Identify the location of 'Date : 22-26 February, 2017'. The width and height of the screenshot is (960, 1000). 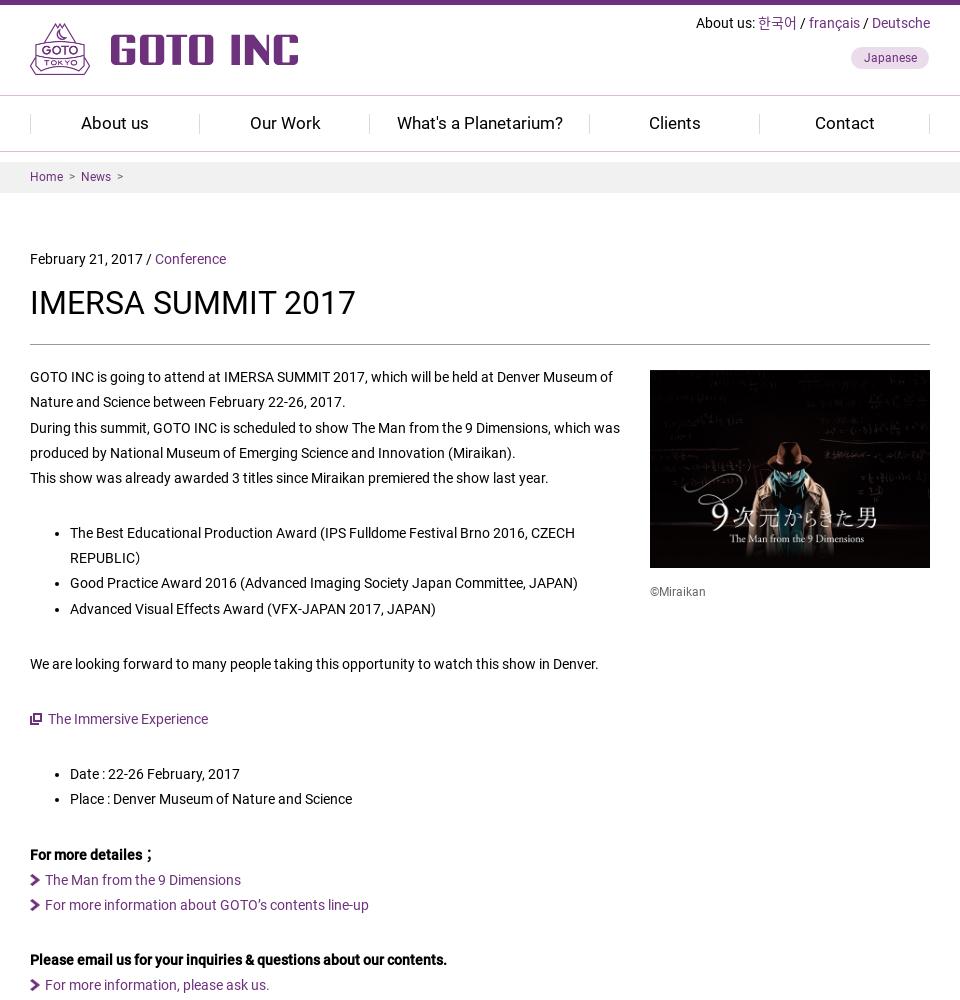
(69, 774).